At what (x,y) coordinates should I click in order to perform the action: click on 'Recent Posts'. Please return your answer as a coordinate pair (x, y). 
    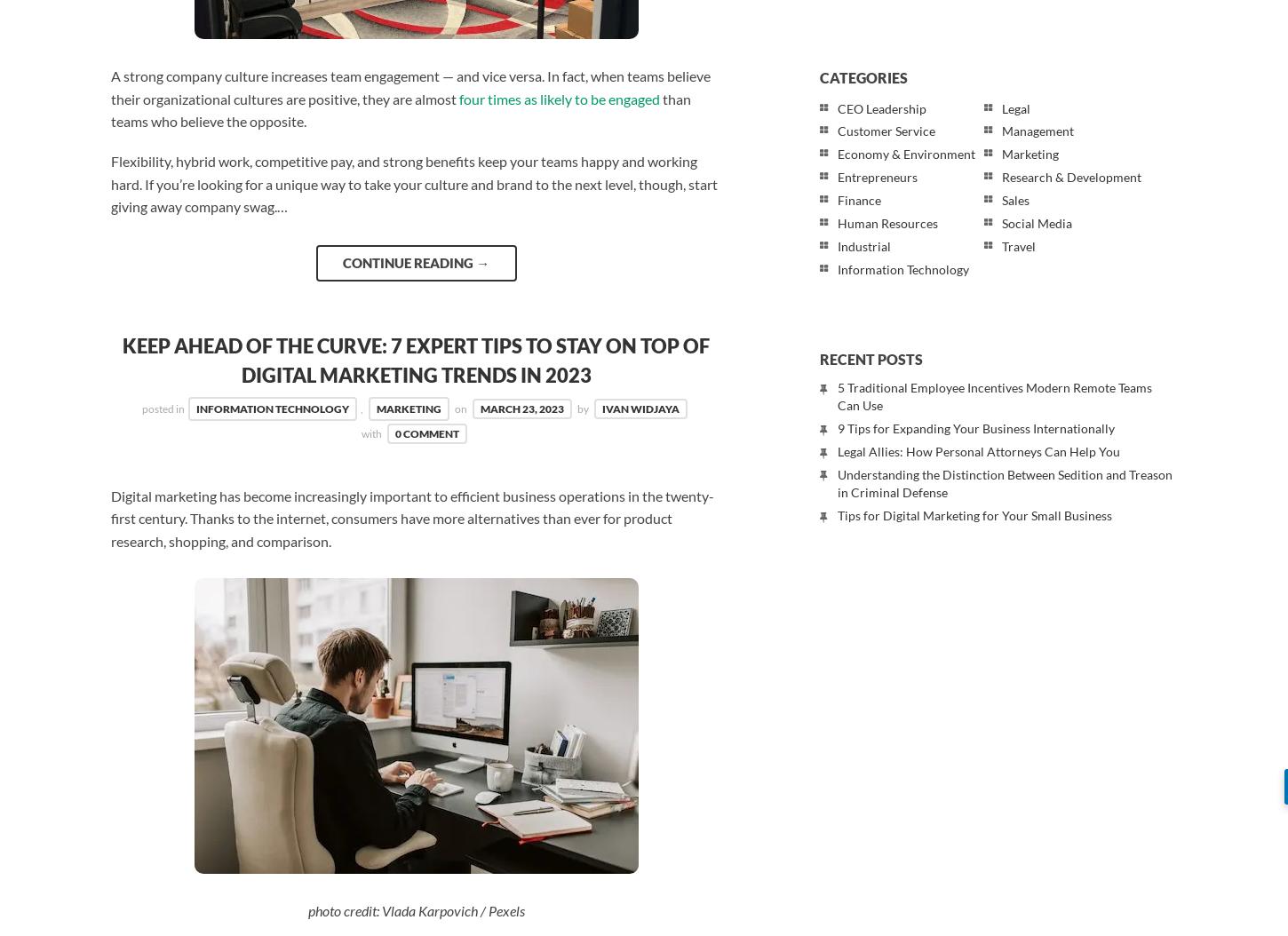
    Looking at the image, I should click on (871, 358).